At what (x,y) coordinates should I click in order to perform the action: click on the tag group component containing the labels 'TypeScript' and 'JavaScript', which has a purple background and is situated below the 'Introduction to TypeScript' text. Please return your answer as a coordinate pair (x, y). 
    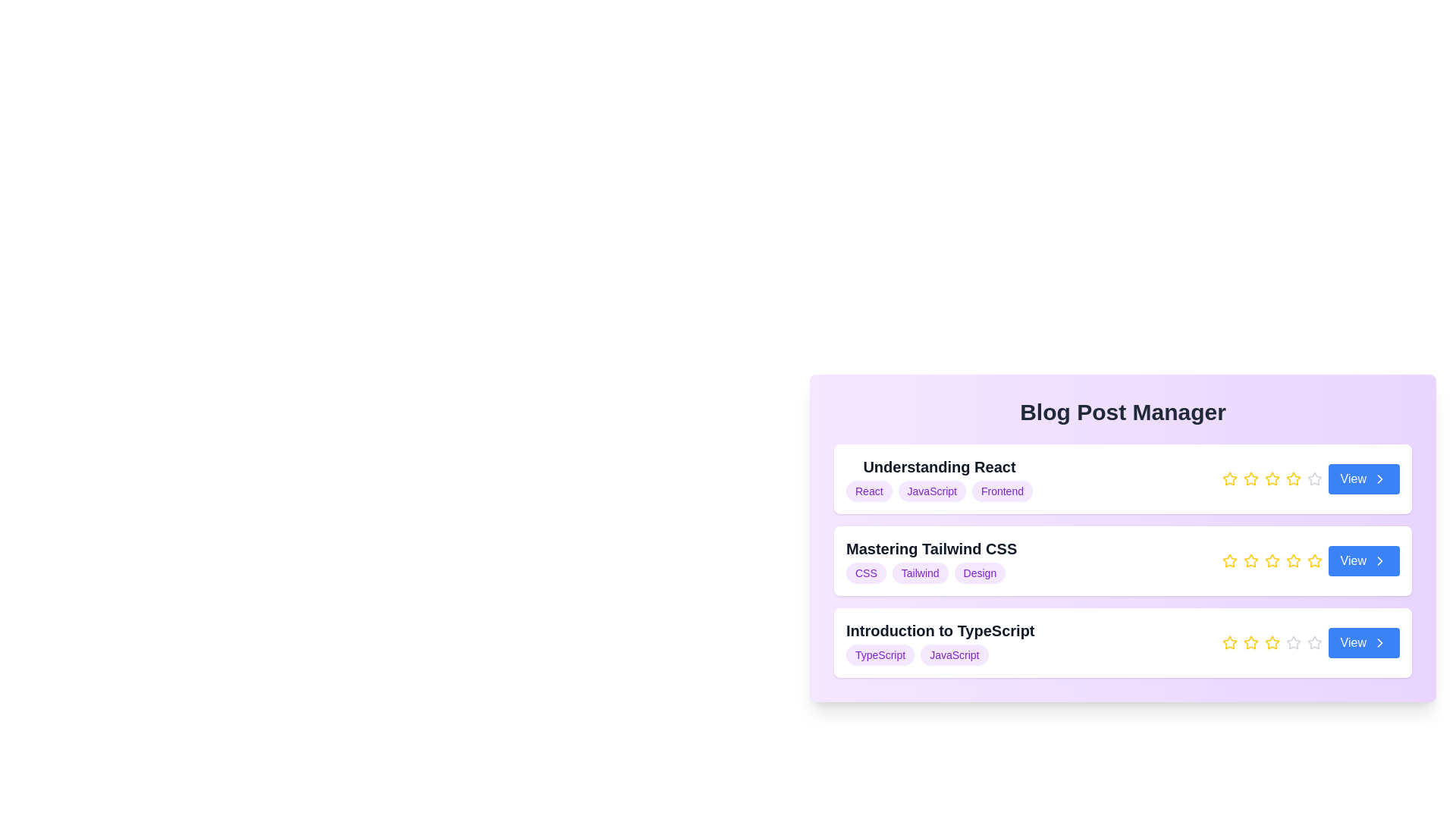
    Looking at the image, I should click on (939, 654).